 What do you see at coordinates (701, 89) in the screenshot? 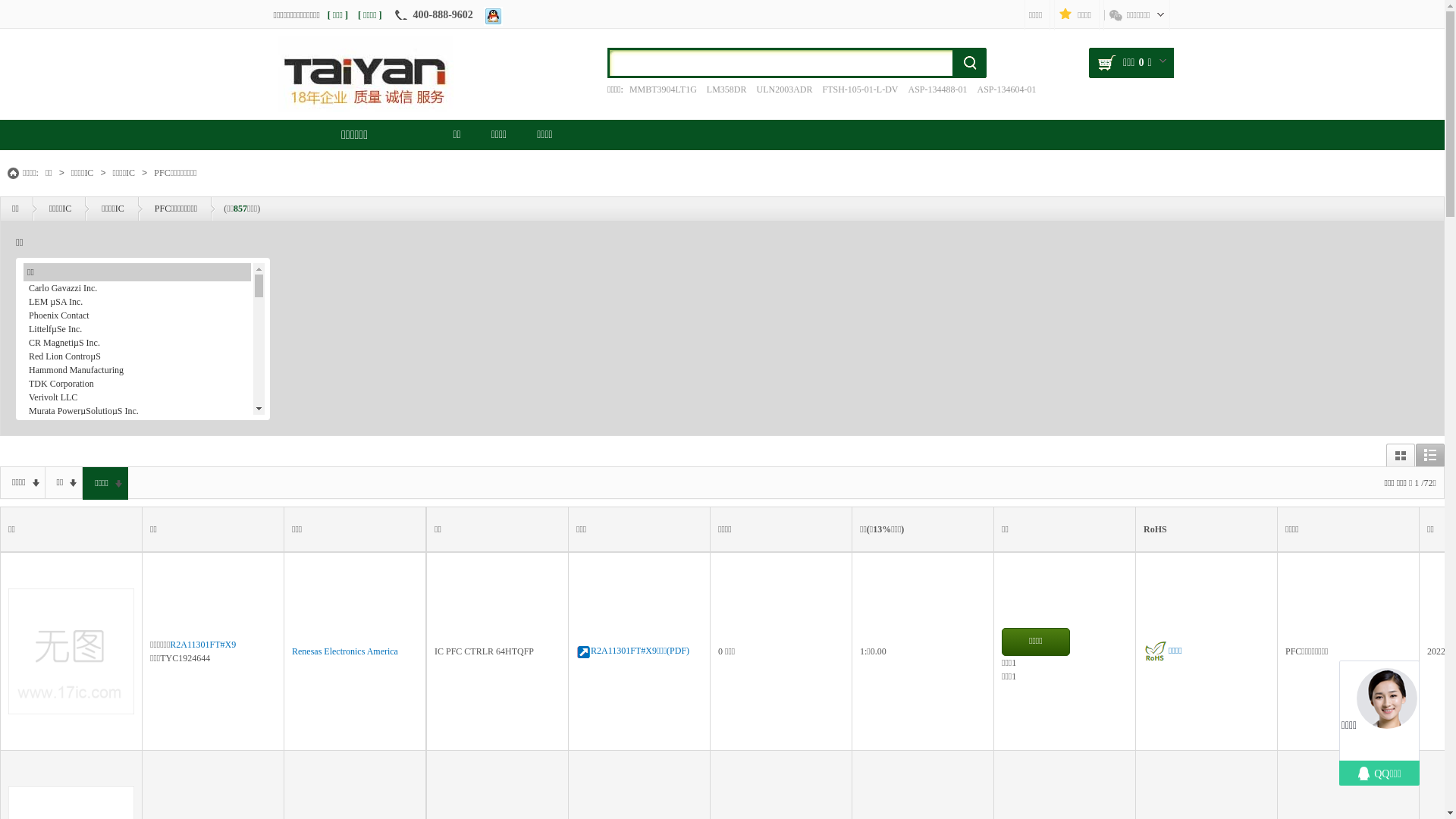
I see `'LM358DR'` at bounding box center [701, 89].